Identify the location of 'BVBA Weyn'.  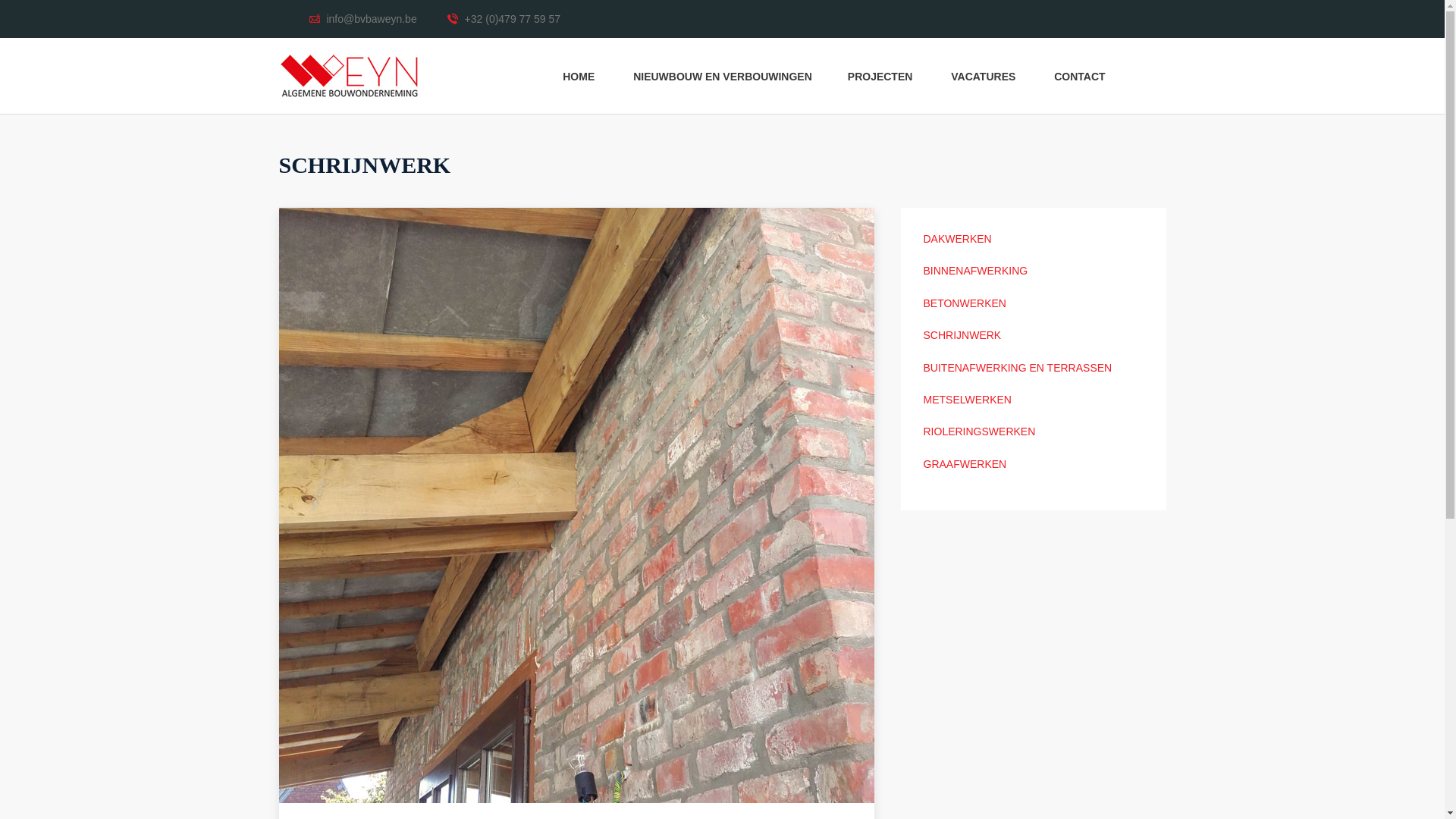
(348, 76).